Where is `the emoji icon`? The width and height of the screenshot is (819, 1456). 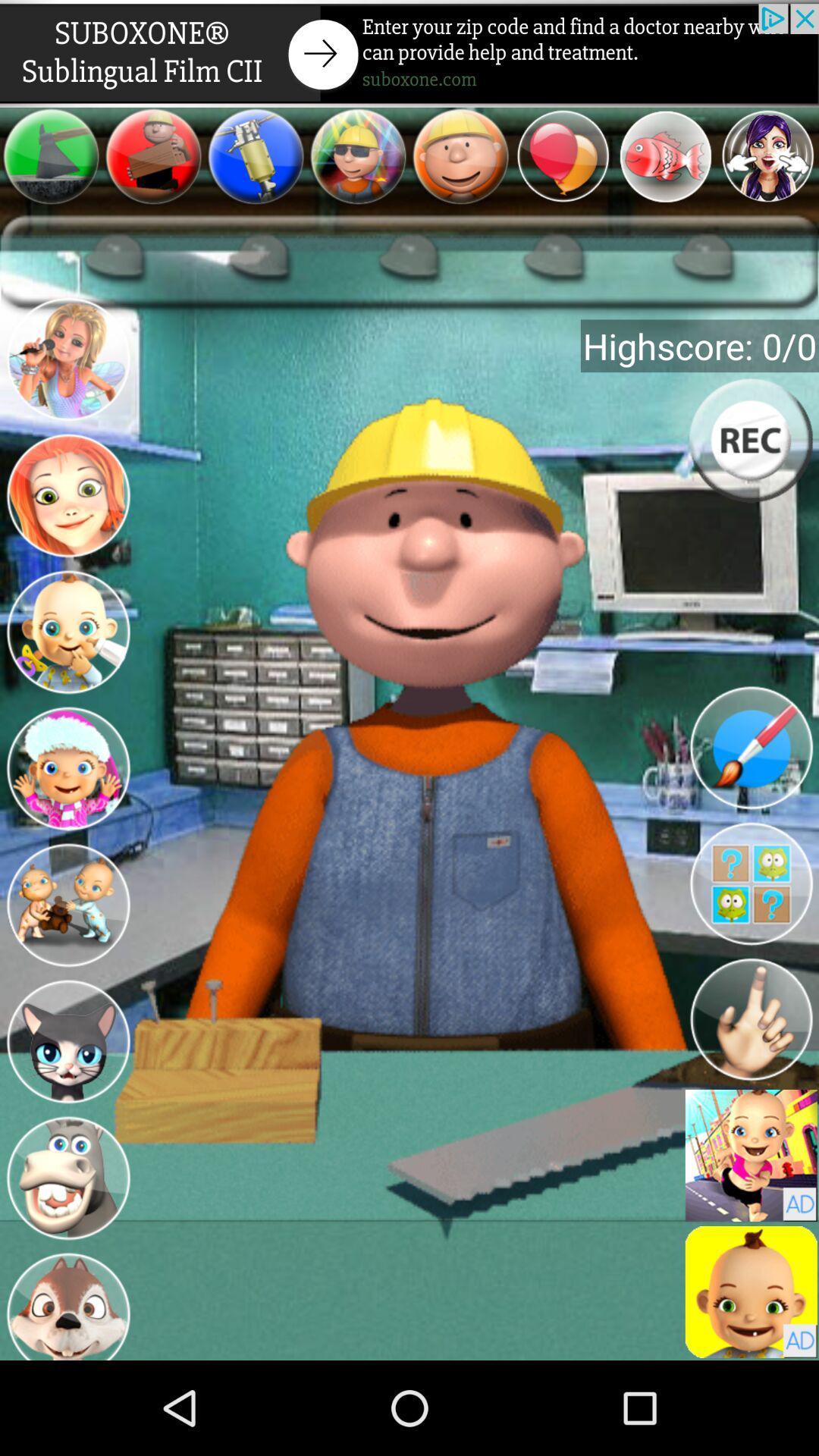
the emoji icon is located at coordinates (460, 167).